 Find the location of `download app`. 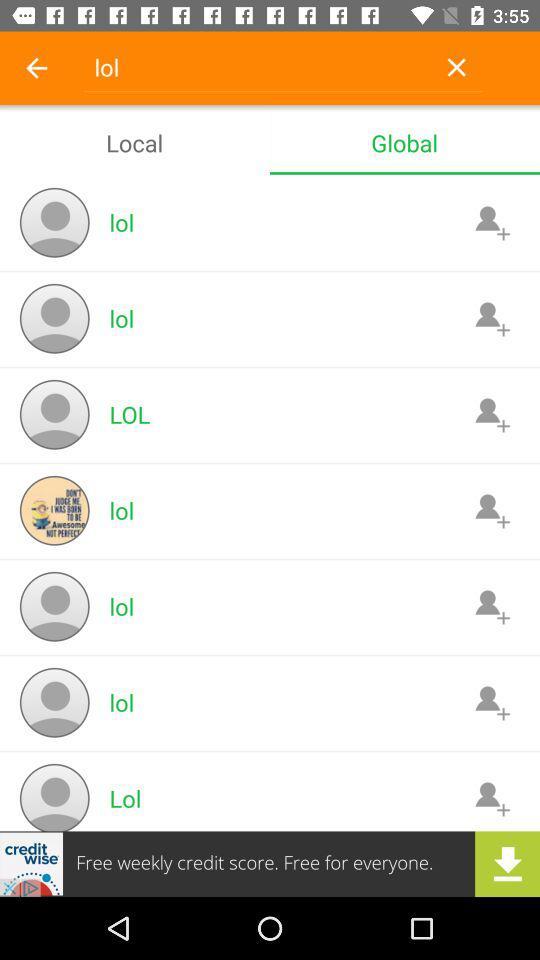

download app is located at coordinates (270, 863).